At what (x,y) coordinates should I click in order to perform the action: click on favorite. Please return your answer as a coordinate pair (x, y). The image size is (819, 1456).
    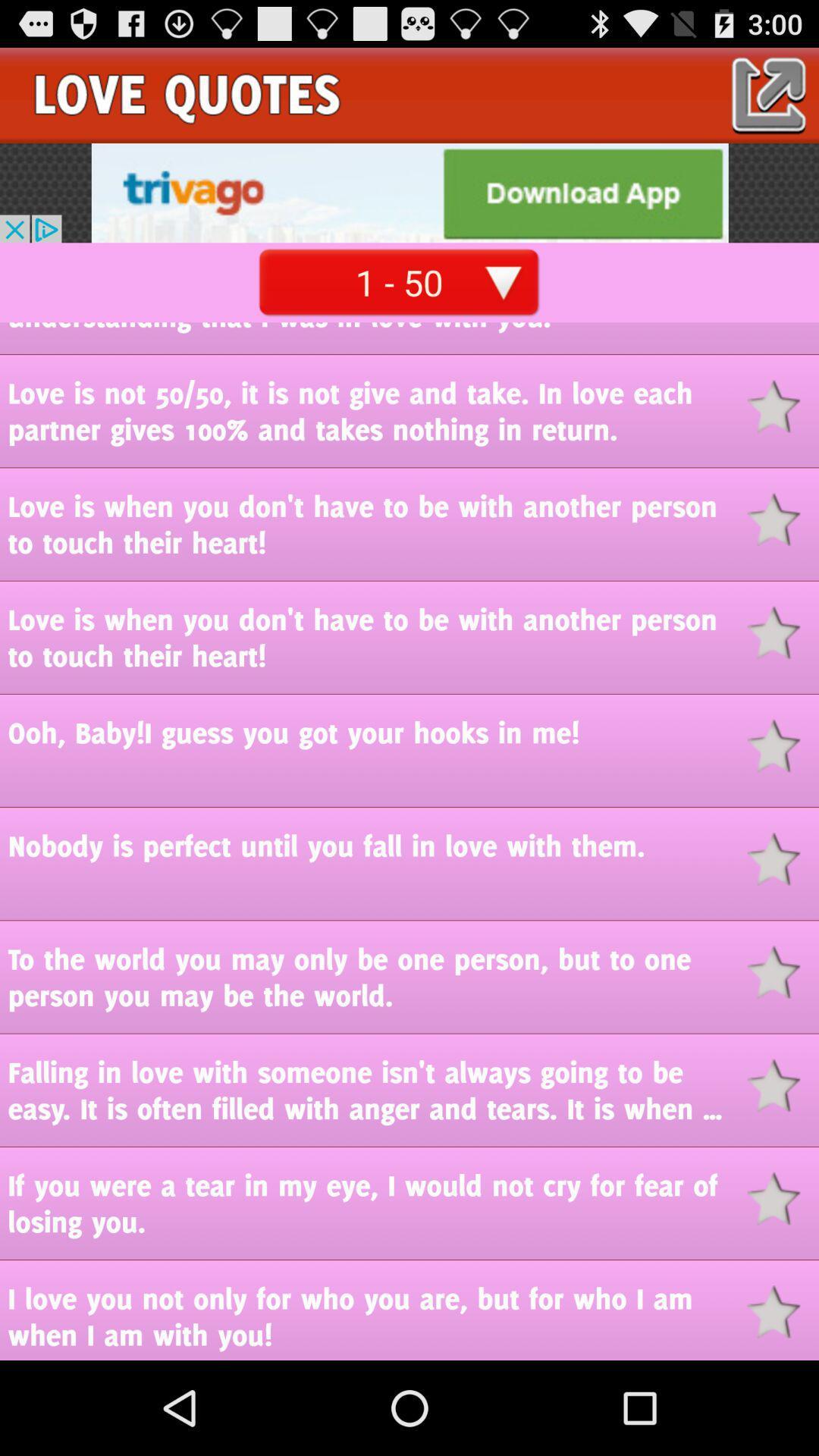
    Looking at the image, I should click on (783, 1311).